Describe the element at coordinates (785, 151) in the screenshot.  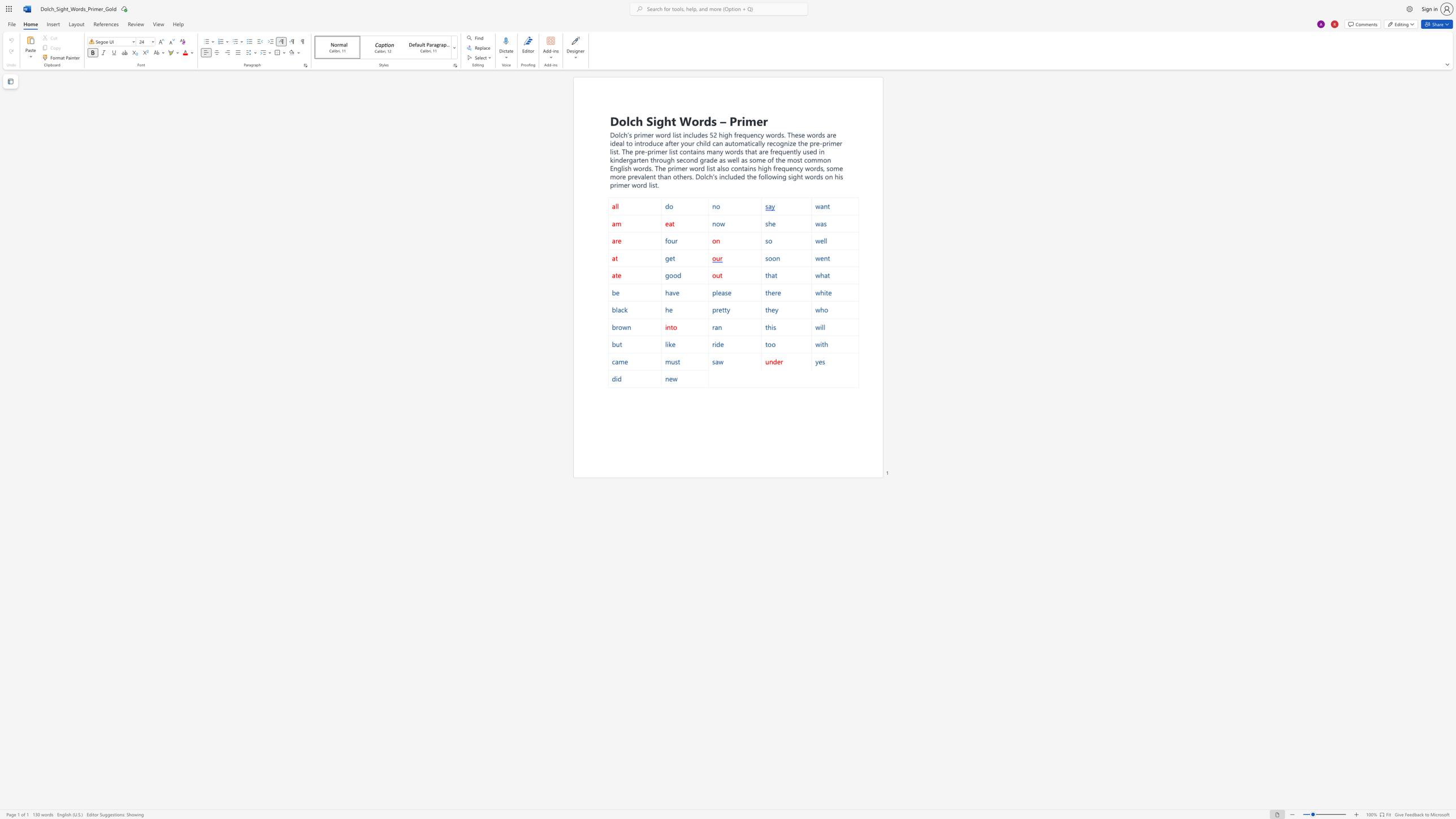
I see `the subset text "ently" within the text "frequently"` at that location.